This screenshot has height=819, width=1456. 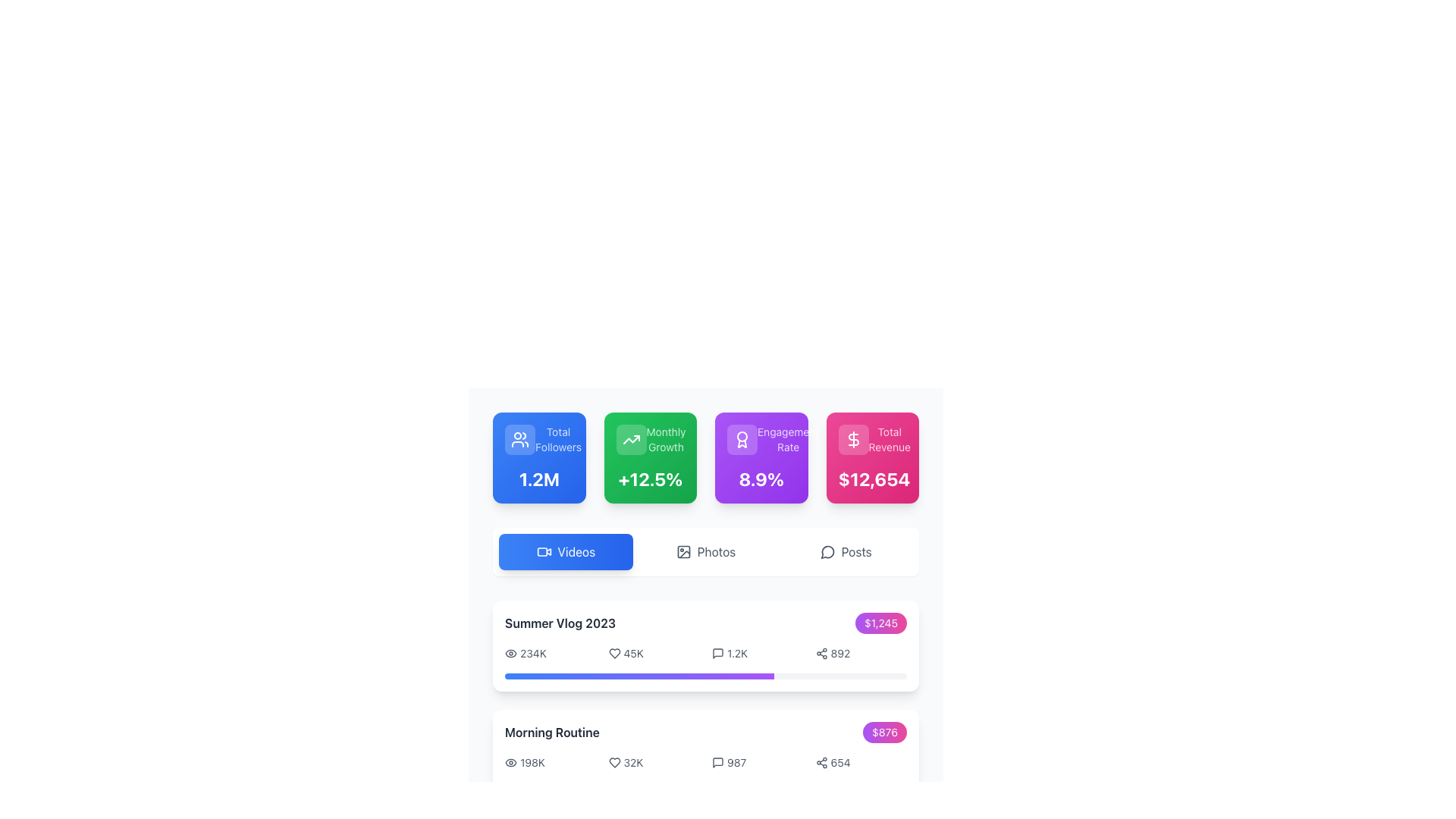 I want to click on the text label displaying 'Total Revenue' which is styled in white semi-transparent text within a vibrant pink box, positioned at the top-right corner of the interface, so click(x=890, y=439).